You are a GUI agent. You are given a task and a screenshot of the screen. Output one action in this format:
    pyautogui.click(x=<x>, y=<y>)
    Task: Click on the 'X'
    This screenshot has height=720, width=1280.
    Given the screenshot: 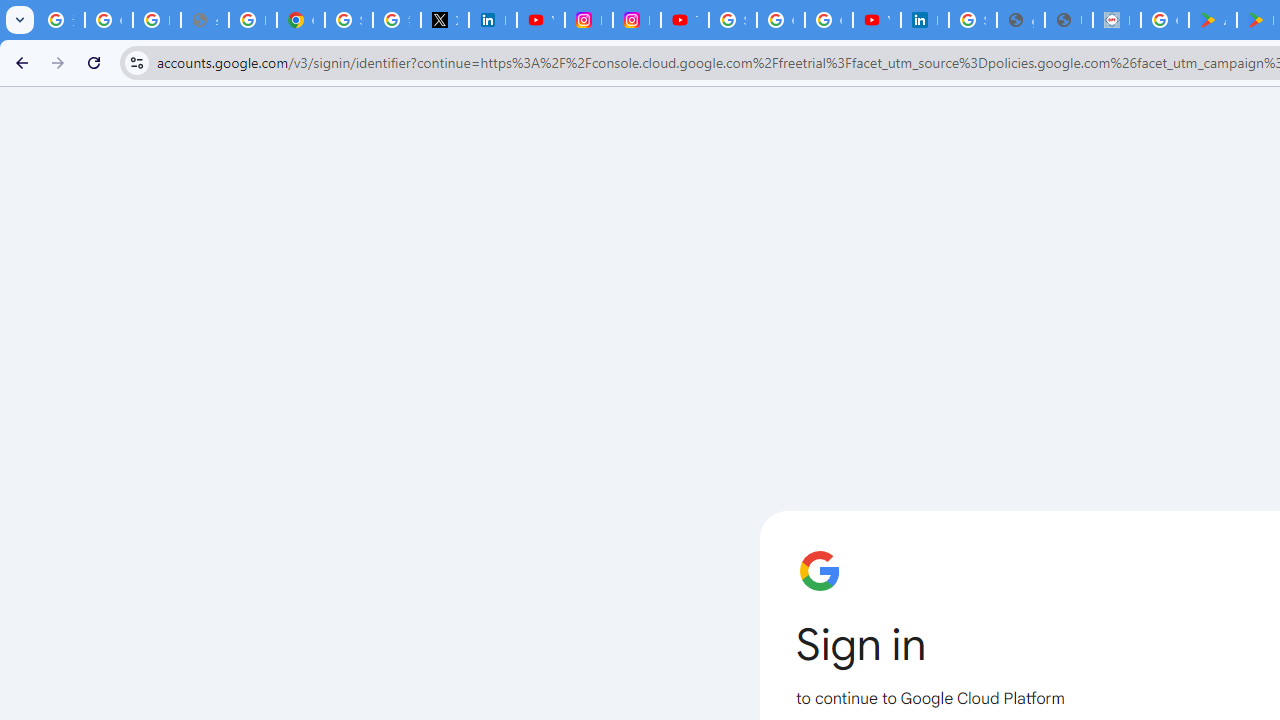 What is the action you would take?
    pyautogui.click(x=443, y=20)
    